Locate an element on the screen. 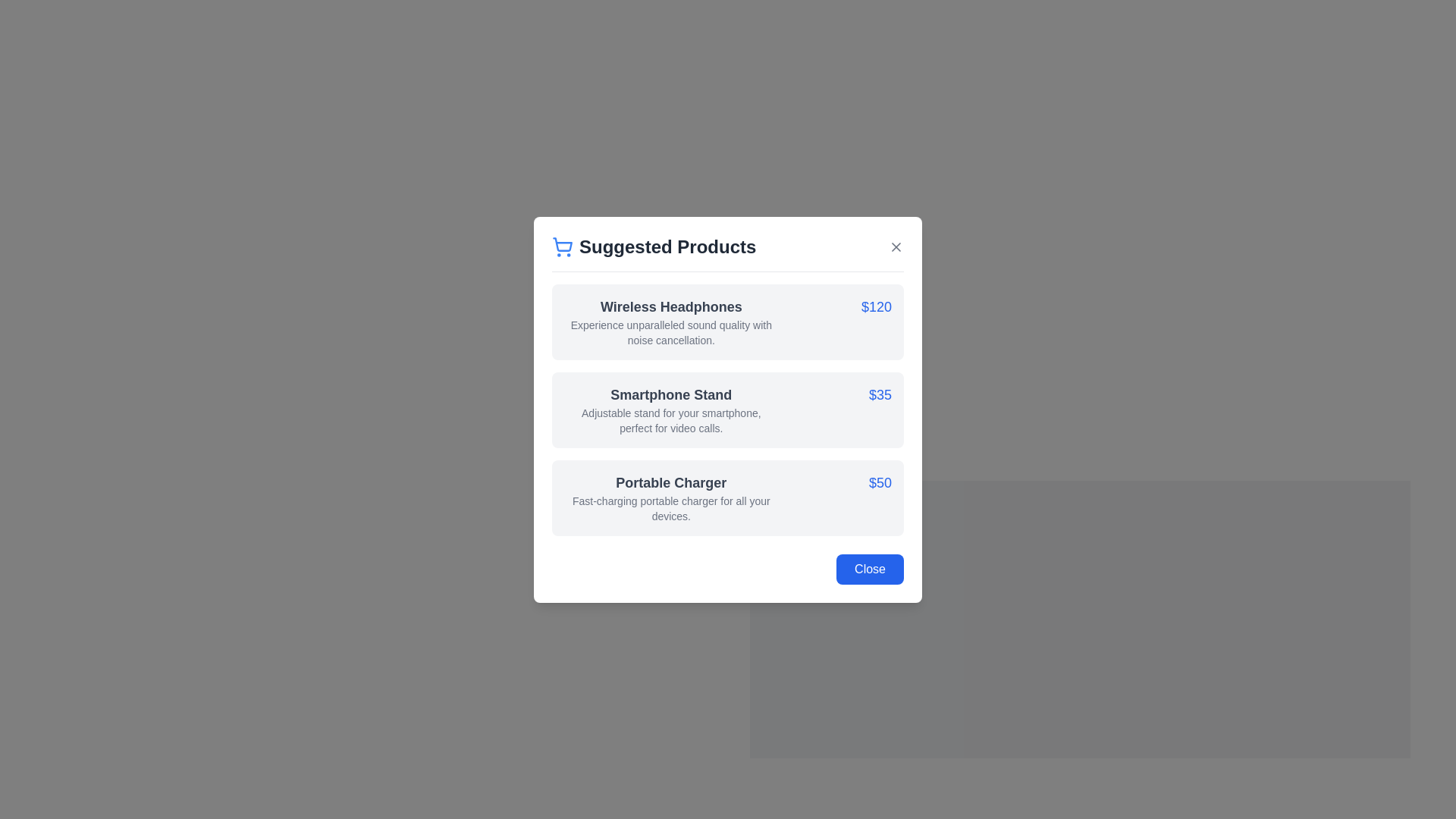  the 'Wireless Headphones' text label is located at coordinates (670, 306).